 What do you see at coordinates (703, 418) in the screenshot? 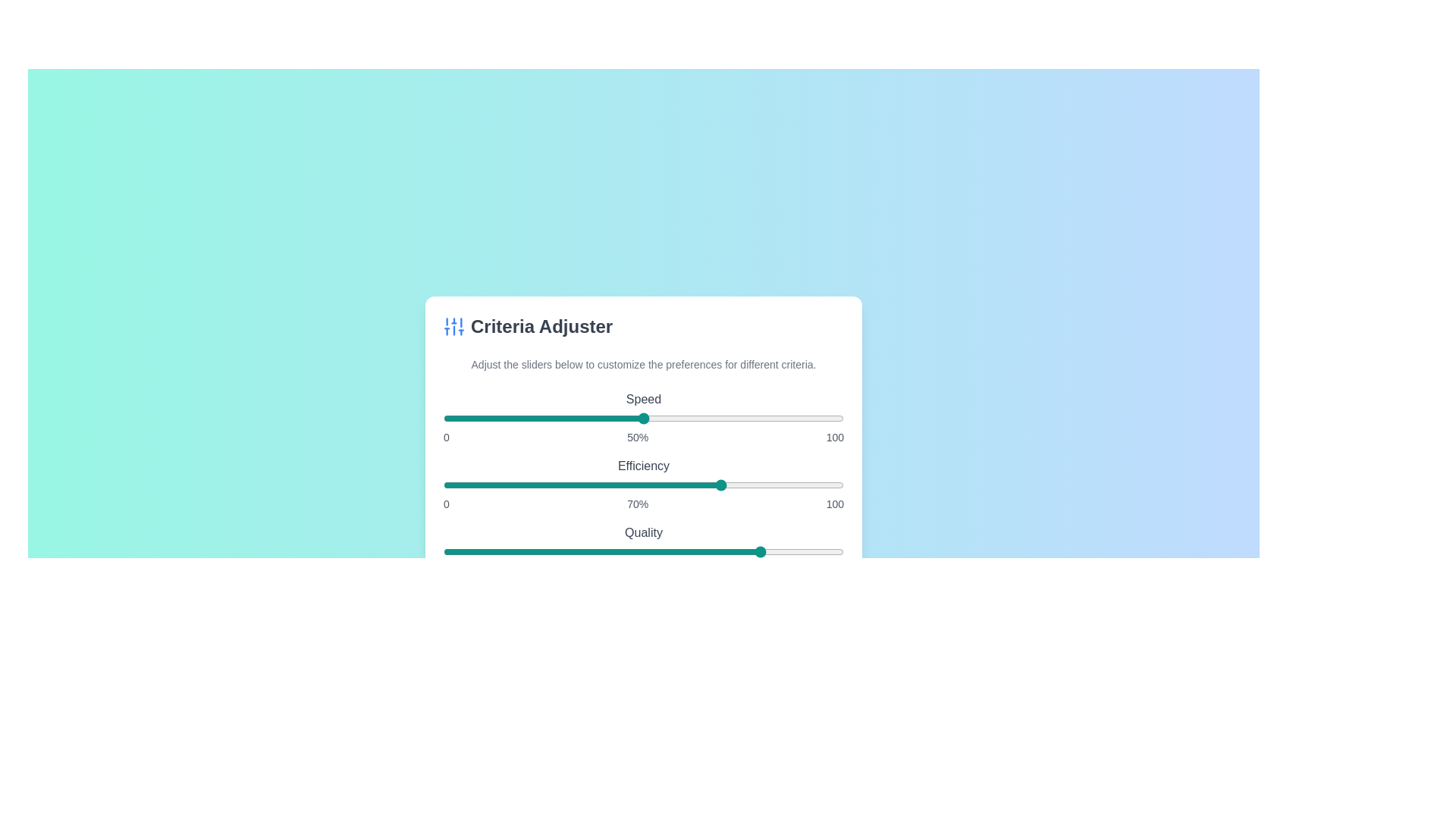
I see `the 'Speed' slider to 65%` at bounding box center [703, 418].